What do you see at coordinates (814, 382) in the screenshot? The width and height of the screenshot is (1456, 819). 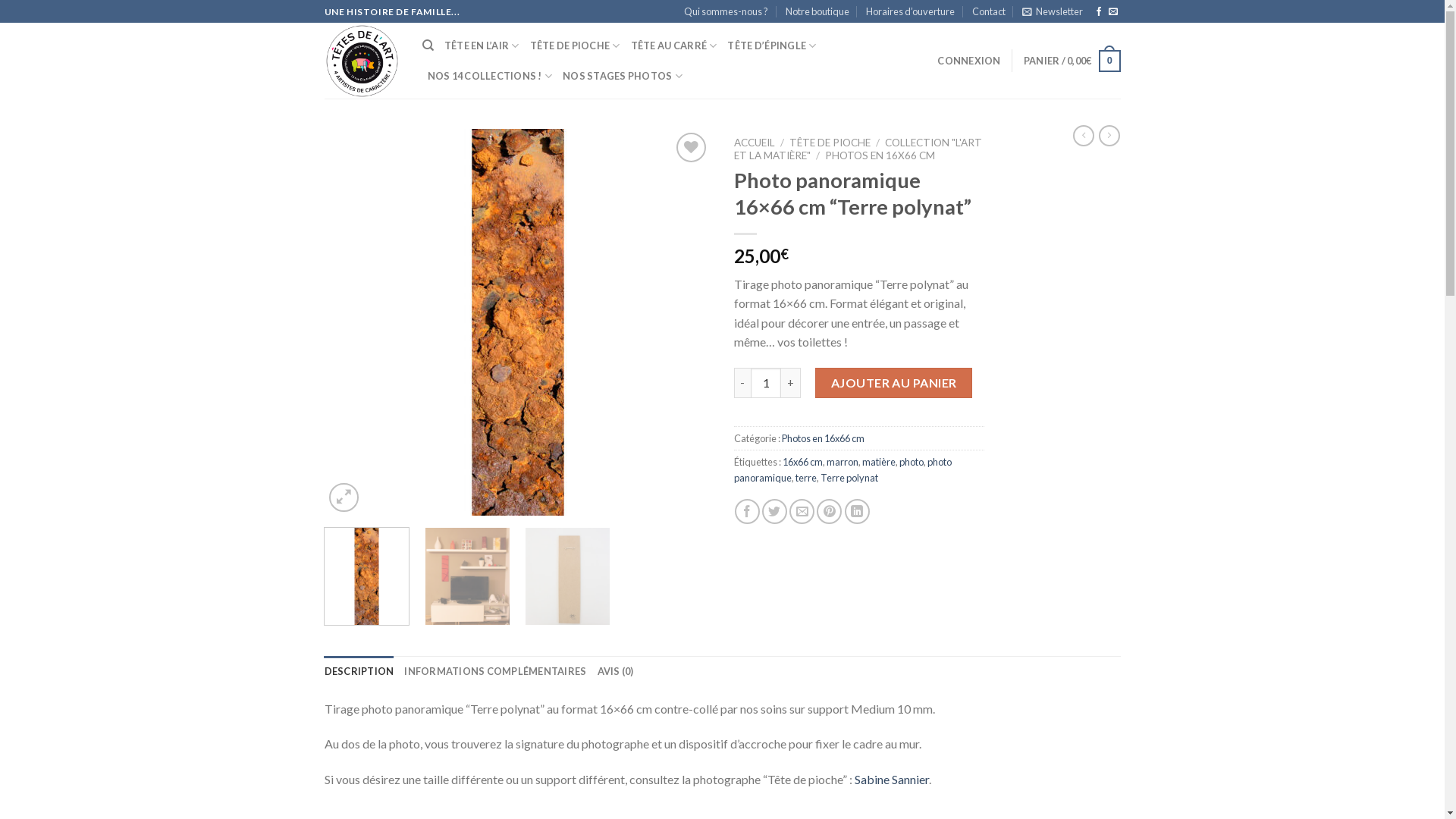 I see `'AJOUTER AU PANIER'` at bounding box center [814, 382].